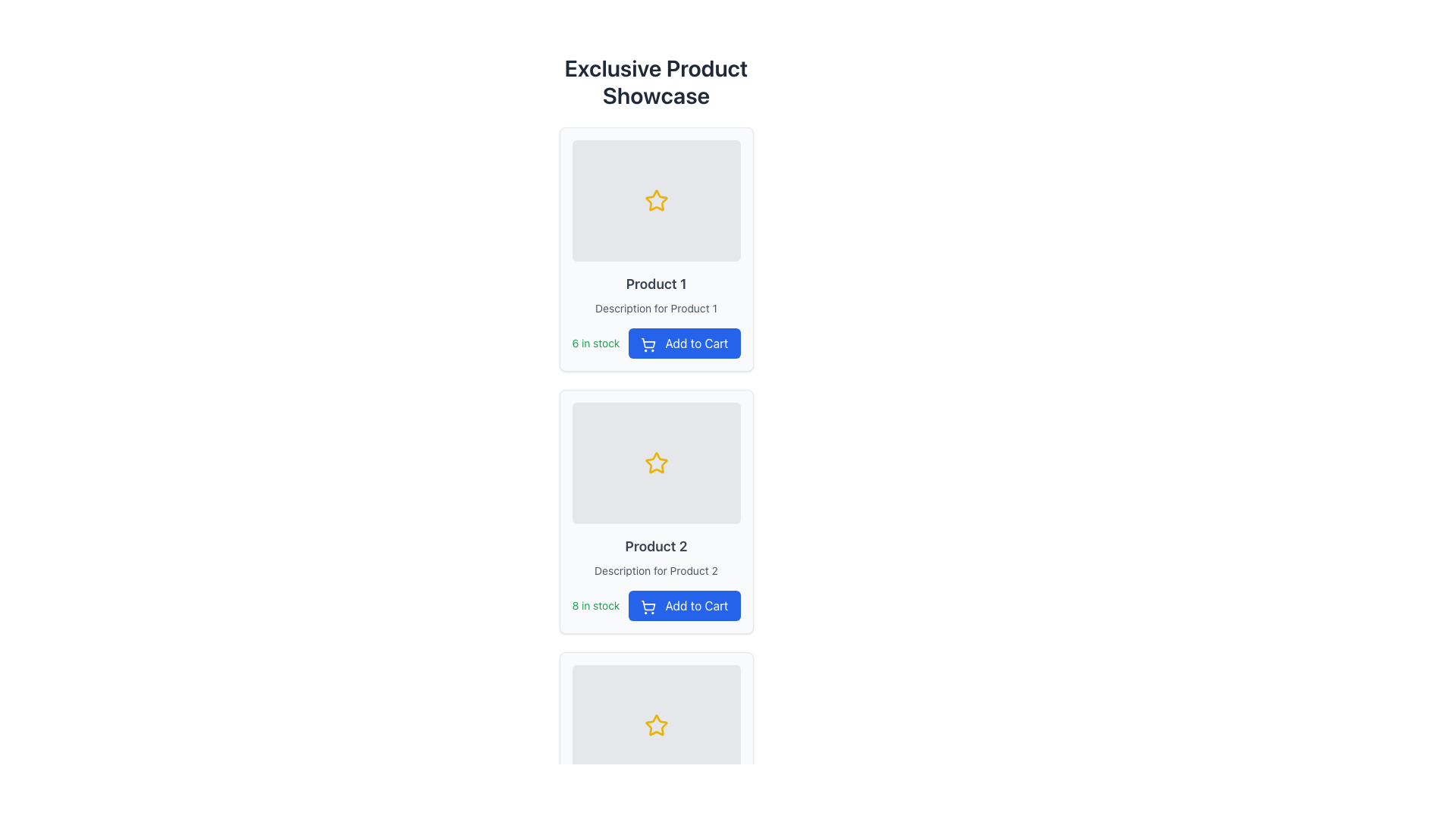  Describe the element at coordinates (648, 606) in the screenshot. I see `the shopping cart icon to potentially see a tooltip, which is part of the 'Add to Cart' button for 'Product 2'` at that location.